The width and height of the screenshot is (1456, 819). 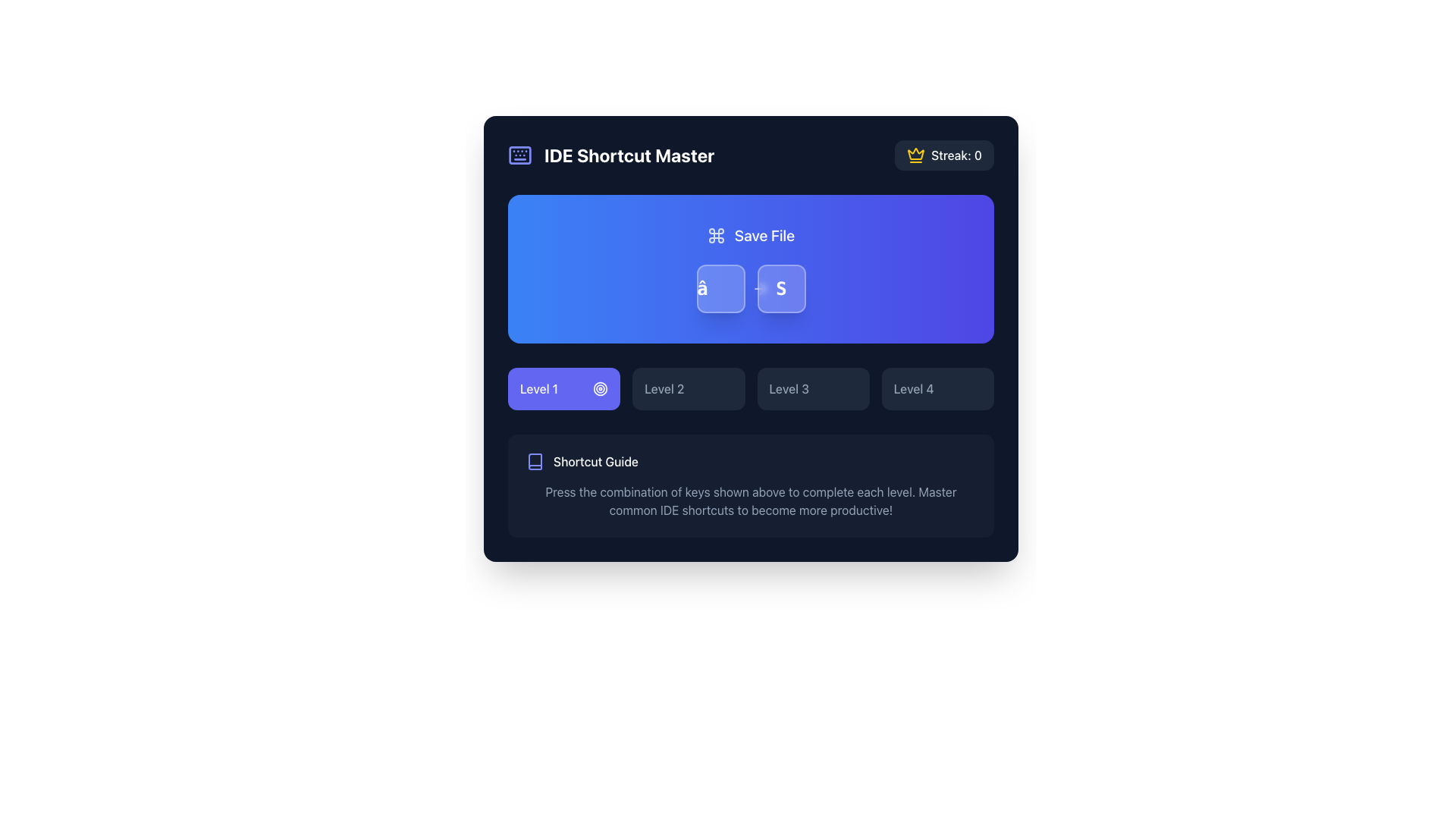 What do you see at coordinates (600, 388) in the screenshot?
I see `the circular target icon with concentric rings, outlined in white and set against a blue background` at bounding box center [600, 388].